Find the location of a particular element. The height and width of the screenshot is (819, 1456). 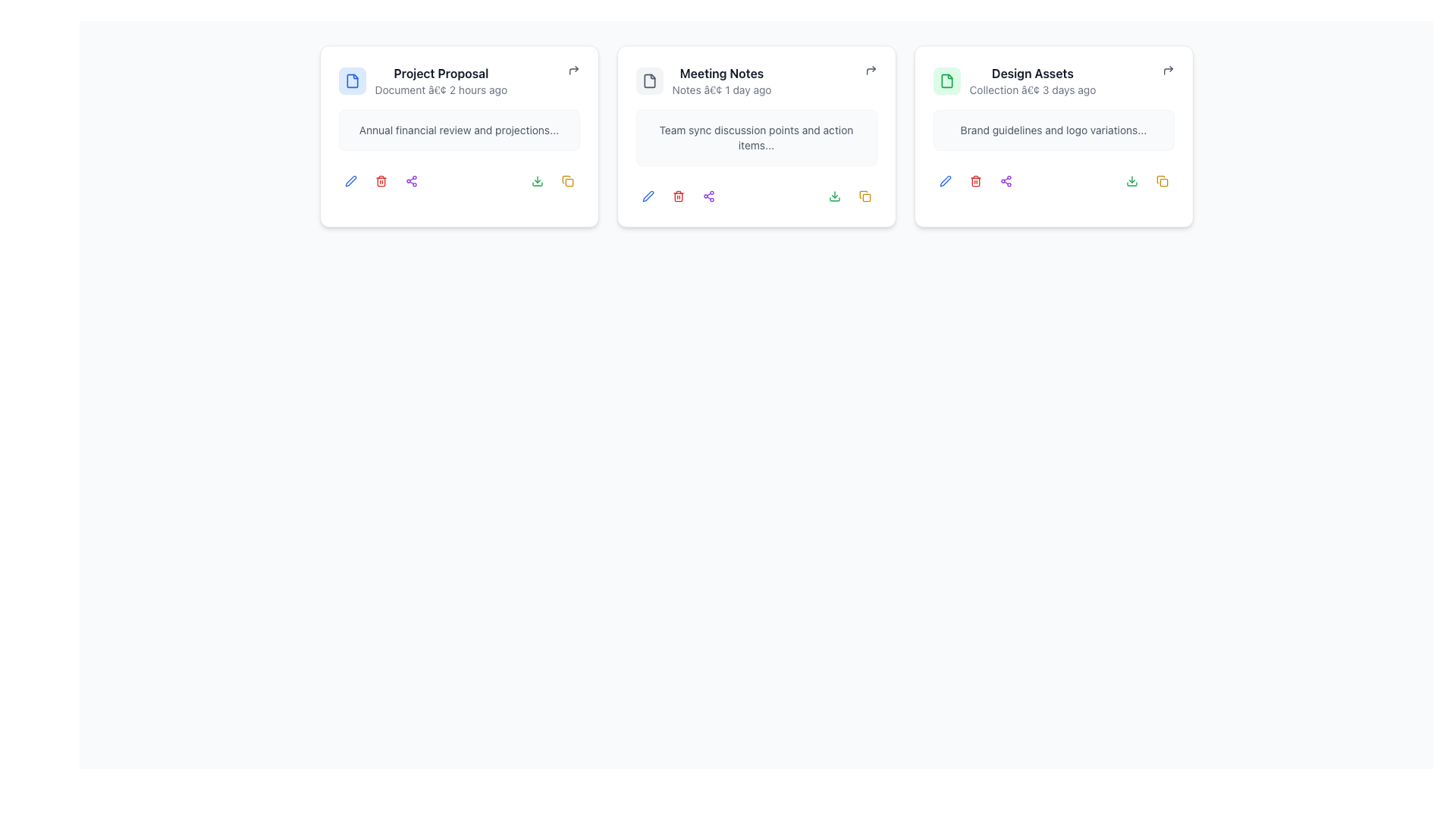

the green download button with a downward arrow icon located at the bottom-right of the 'Design Assets' card to initiate a download is located at coordinates (1131, 180).